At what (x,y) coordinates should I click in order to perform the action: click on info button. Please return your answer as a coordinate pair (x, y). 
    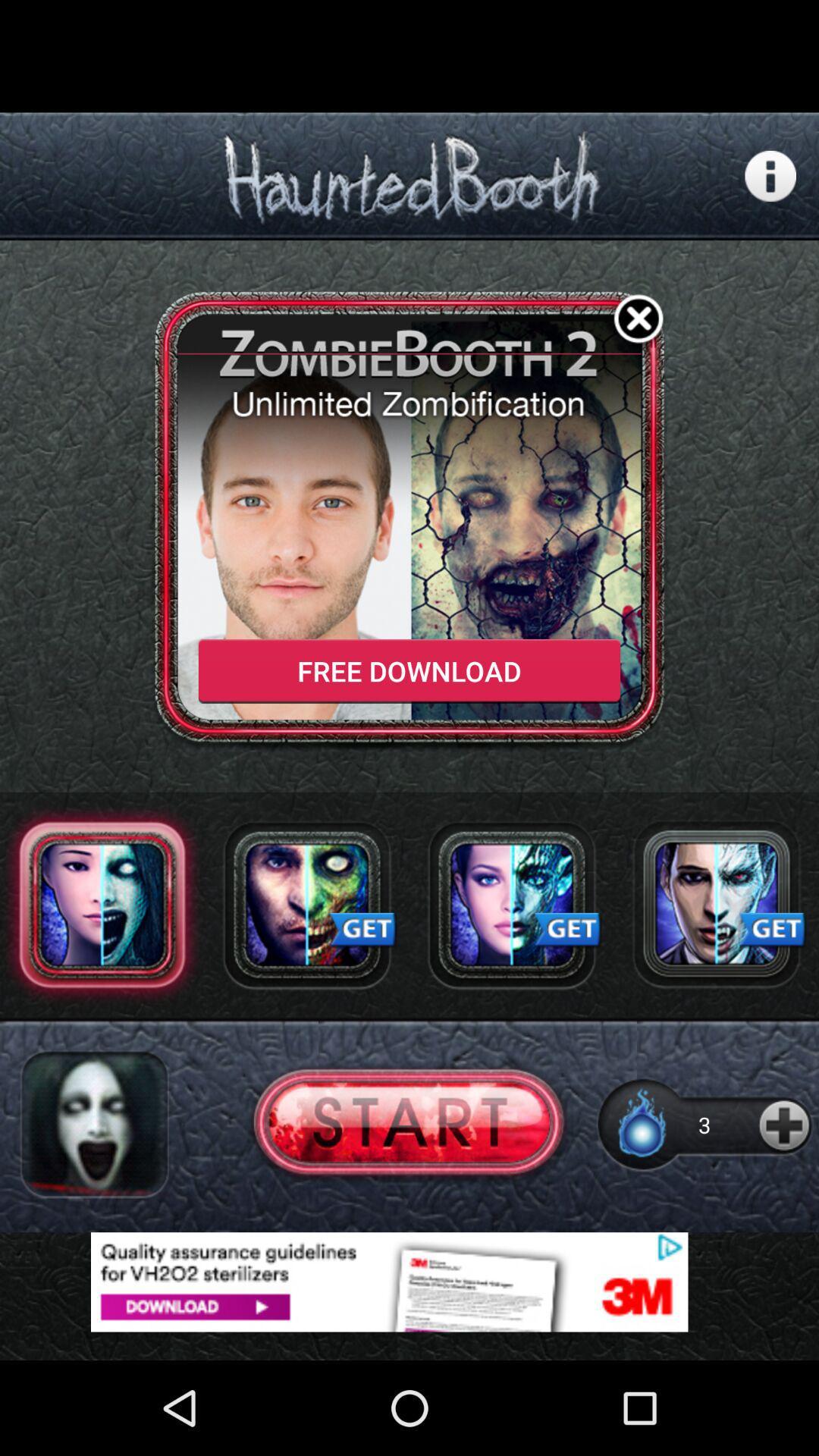
    Looking at the image, I should click on (770, 176).